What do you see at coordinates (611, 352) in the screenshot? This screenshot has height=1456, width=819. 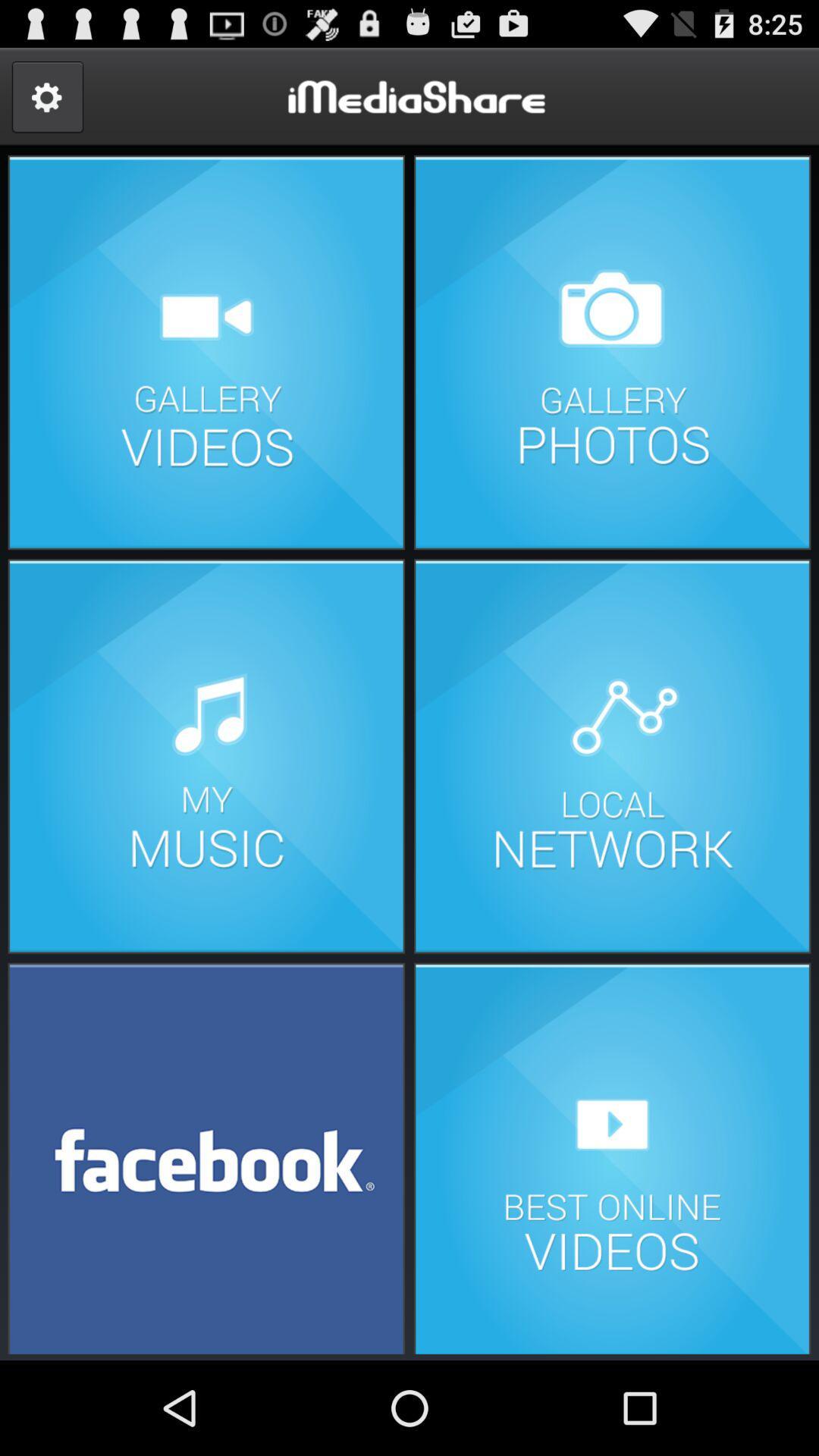 I see `photo gallery` at bounding box center [611, 352].